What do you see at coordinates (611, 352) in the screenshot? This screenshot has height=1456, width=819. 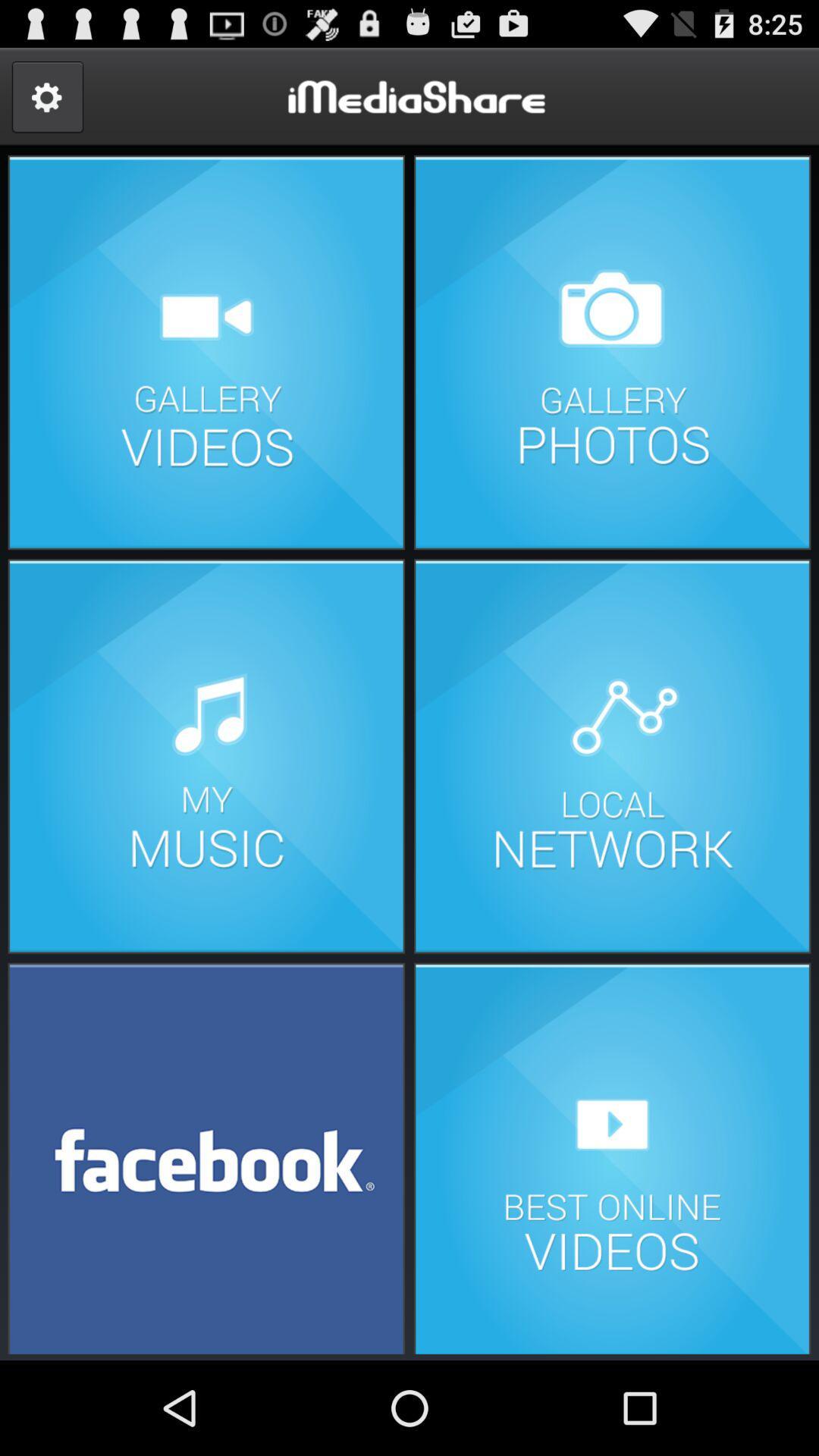 I see `photo gallery` at bounding box center [611, 352].